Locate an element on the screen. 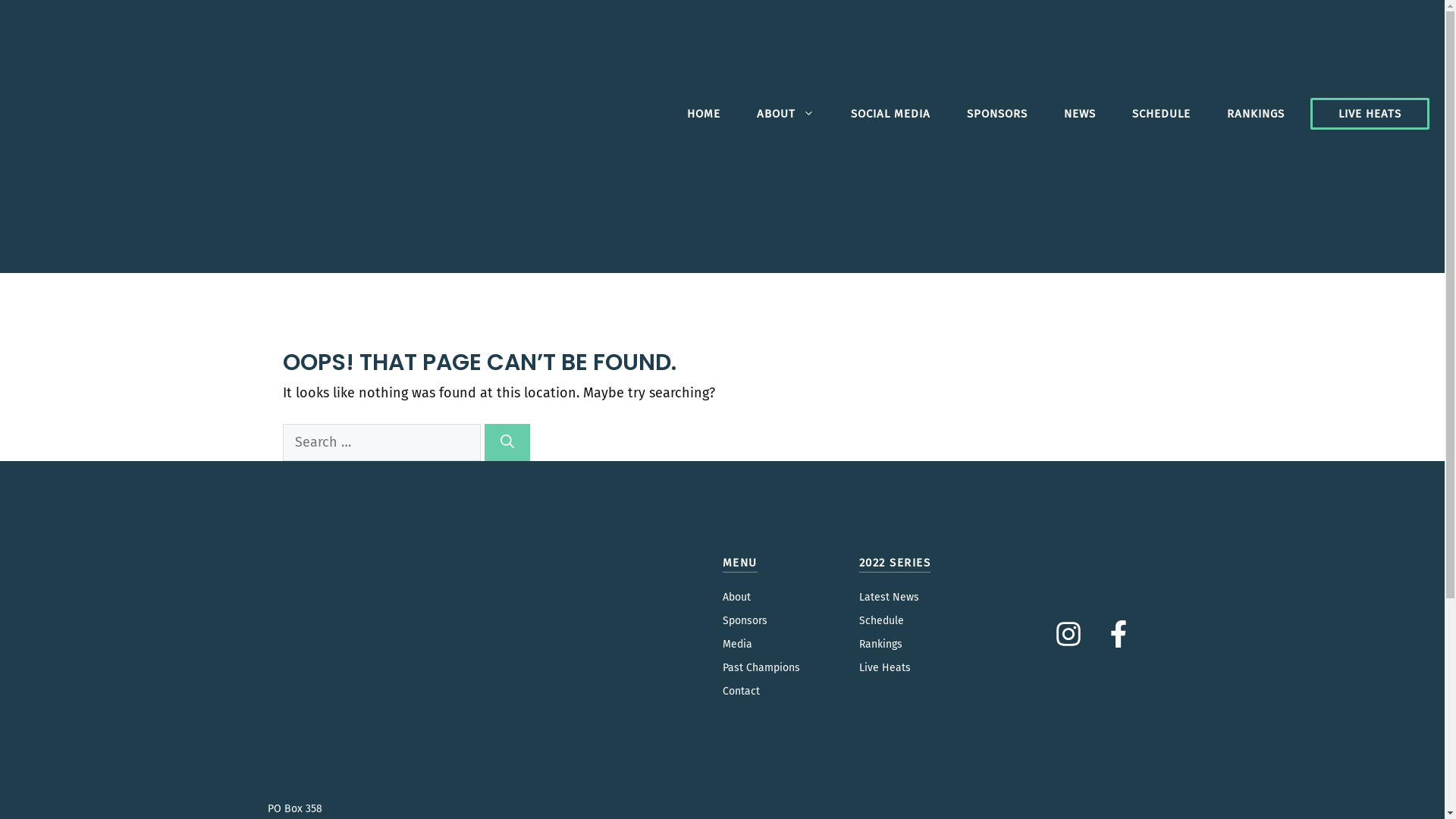 This screenshot has width=1456, height=819. 'HOME' is located at coordinates (702, 113).